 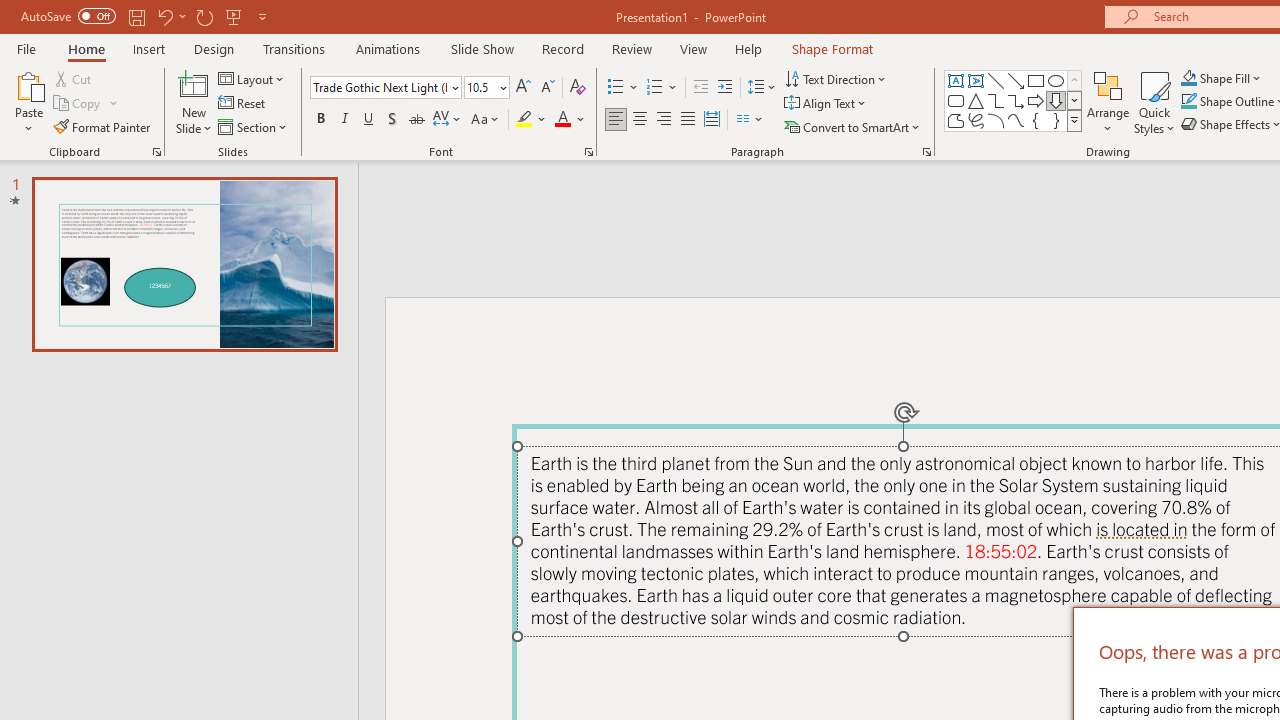 What do you see at coordinates (1189, 77) in the screenshot?
I see `'Shape Fill Aqua, Accent 2'` at bounding box center [1189, 77].